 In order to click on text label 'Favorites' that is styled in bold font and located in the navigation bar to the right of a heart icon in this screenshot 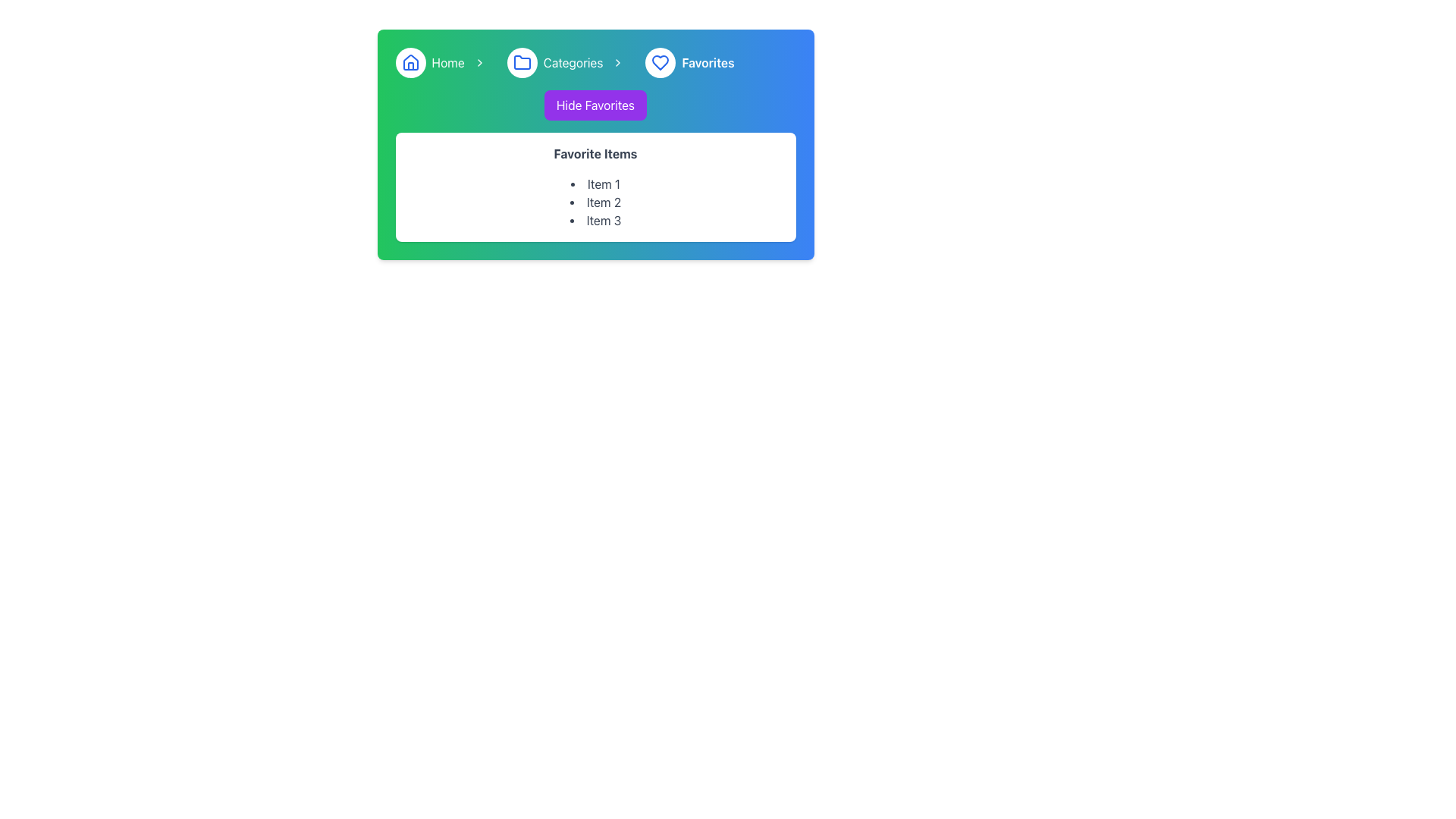, I will do `click(708, 62)`.